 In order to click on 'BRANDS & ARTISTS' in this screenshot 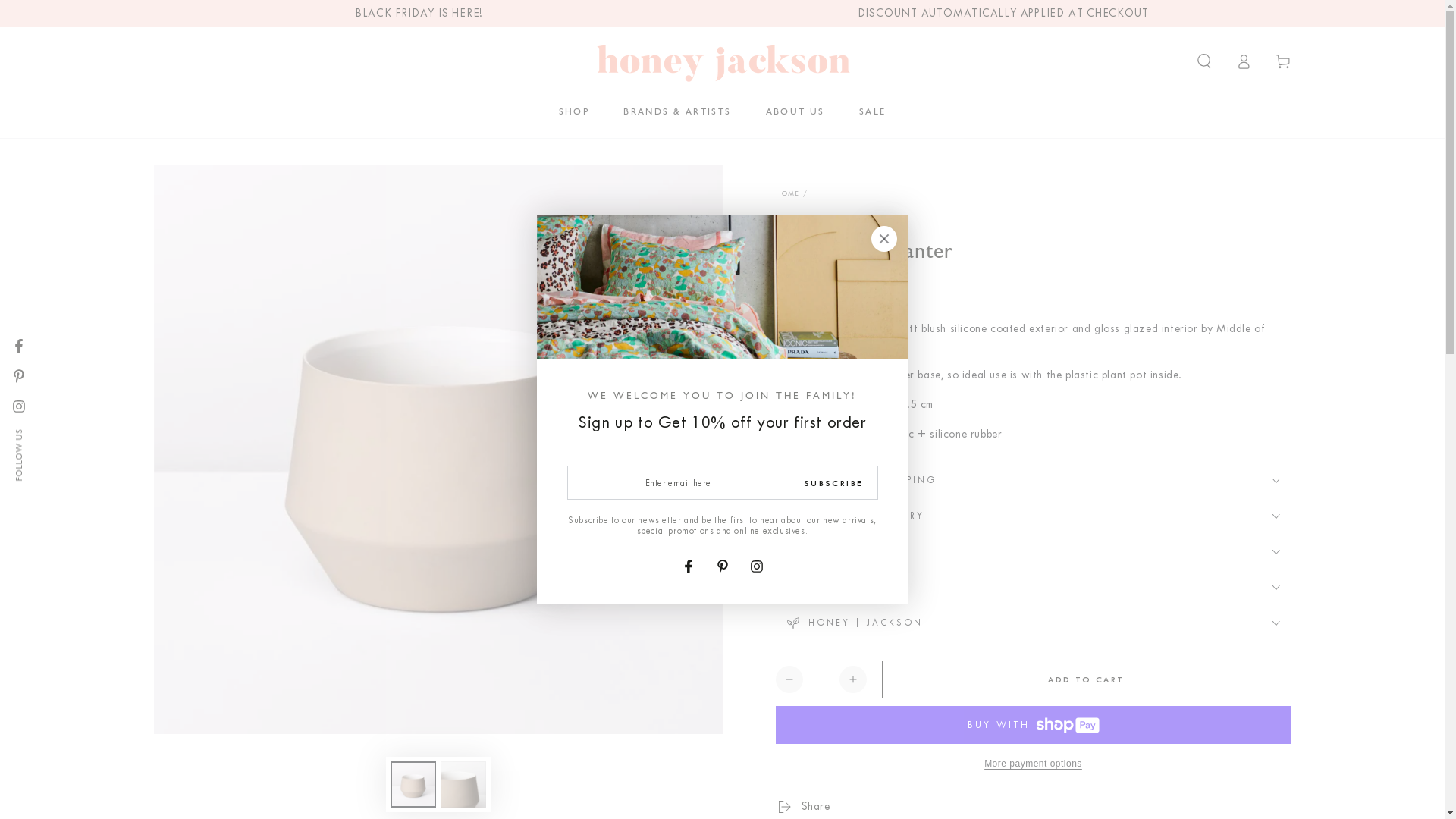, I will do `click(676, 110)`.